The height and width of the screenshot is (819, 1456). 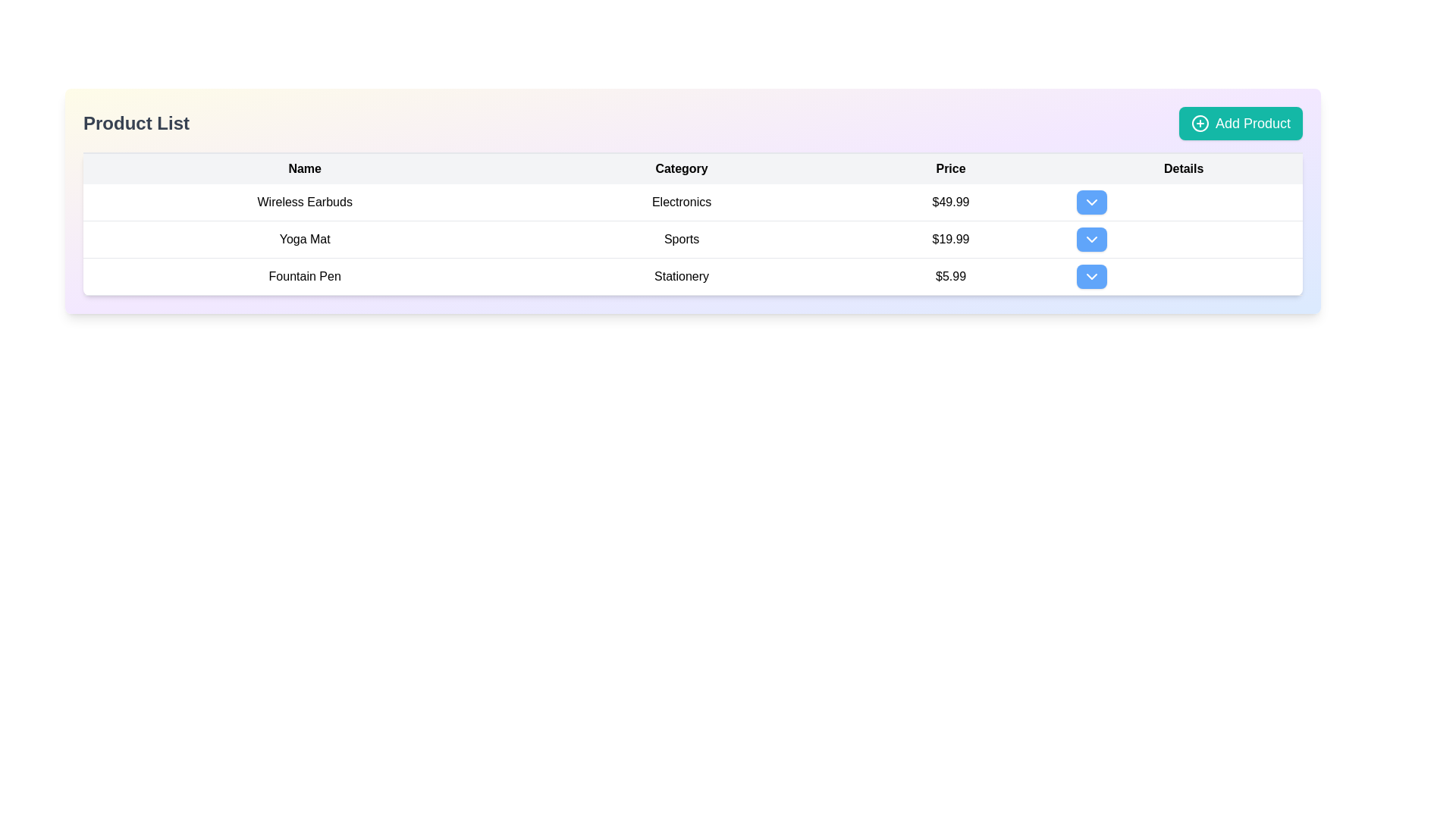 What do you see at coordinates (1092, 201) in the screenshot?
I see `the button in the first row of the table under the 'Details' header` at bounding box center [1092, 201].